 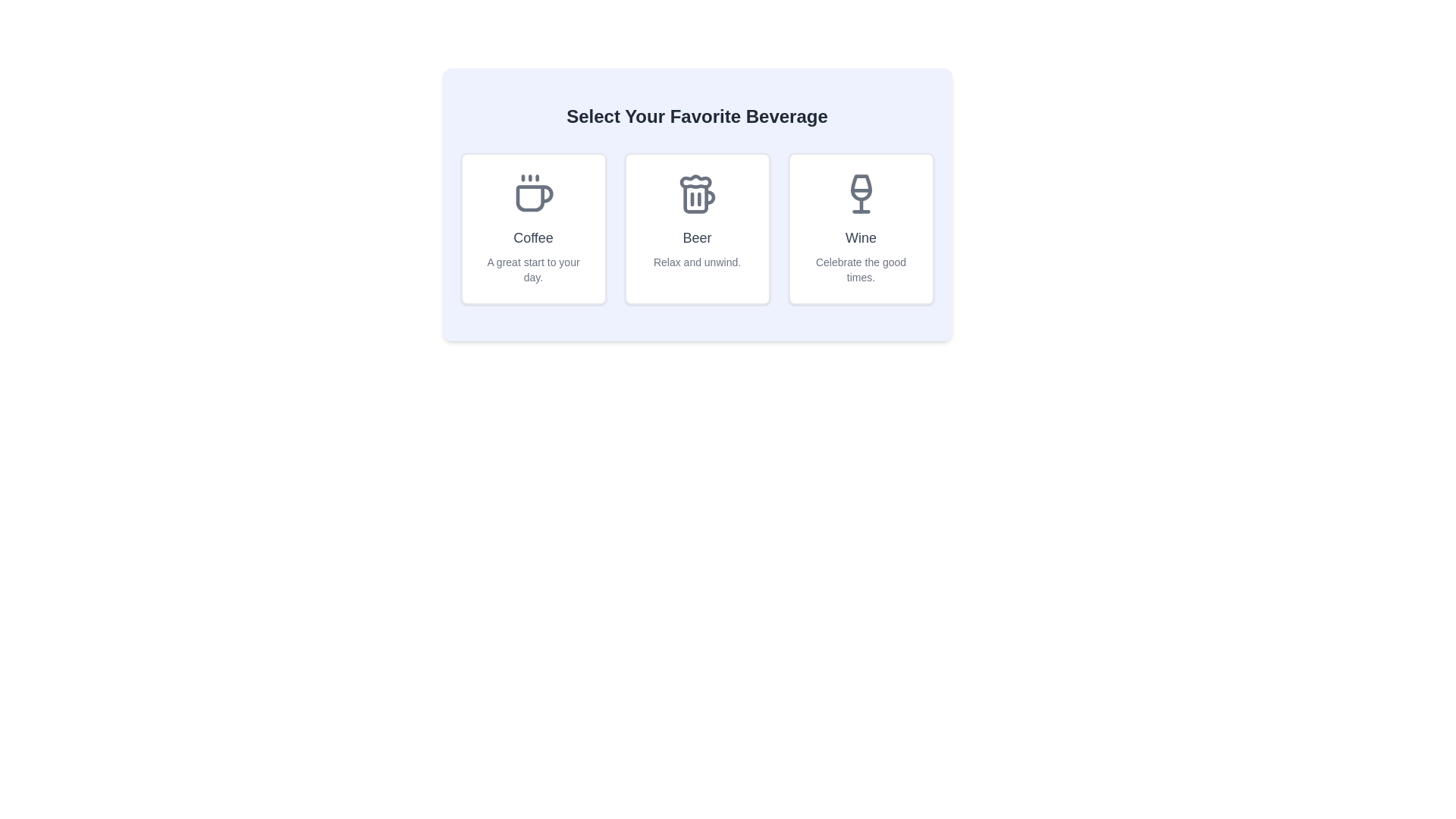 I want to click on the beer mug icon located in the central card of the beverage selection interface, positioned above the 'Beer' label, so click(x=696, y=193).